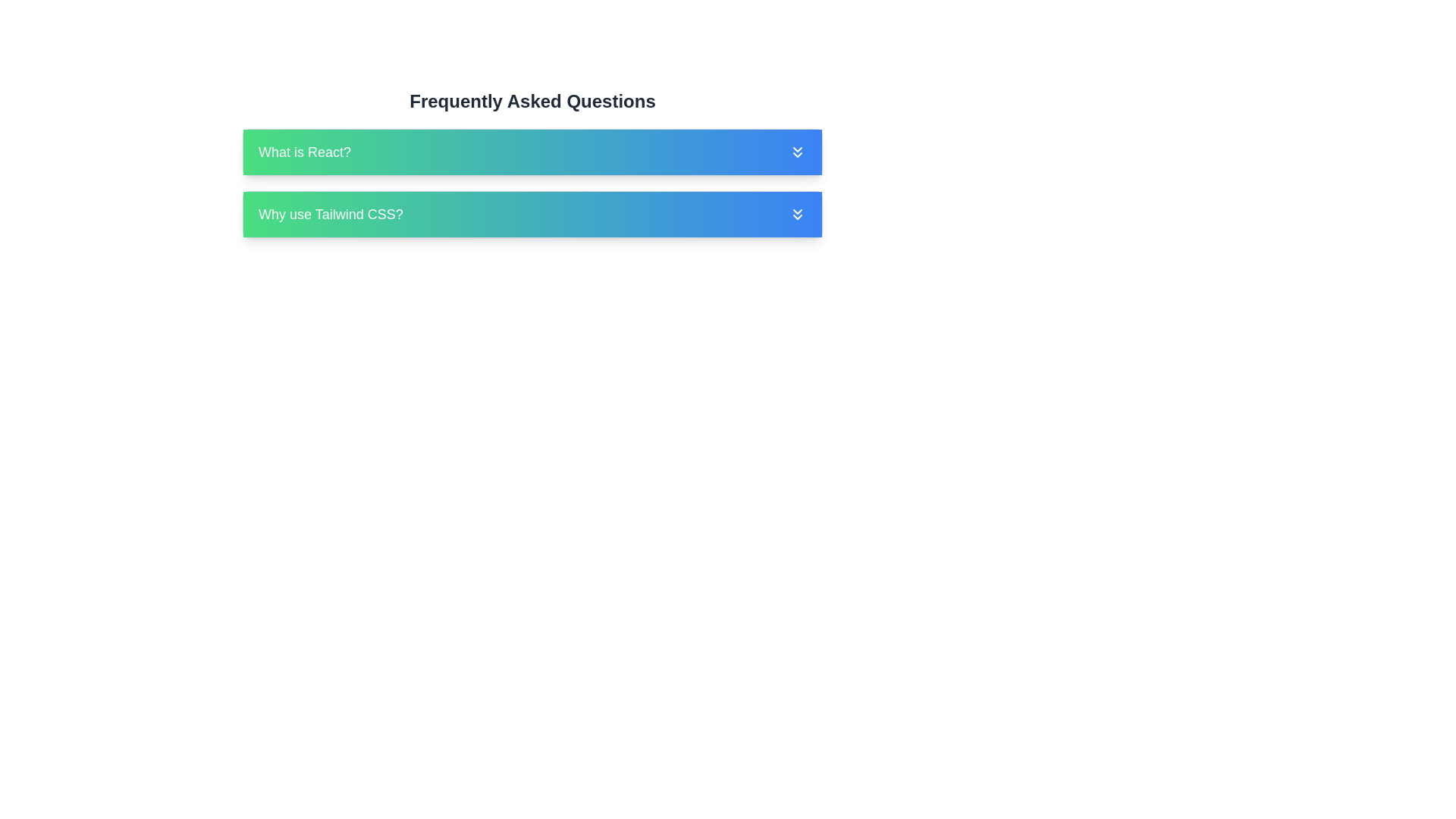  Describe the element at coordinates (532, 214) in the screenshot. I see `the button labeled 'Why use Tailwind CSS?' which has a gradient background from green to blue and features a downward chevron, located below the 'What is React?' button` at that location.